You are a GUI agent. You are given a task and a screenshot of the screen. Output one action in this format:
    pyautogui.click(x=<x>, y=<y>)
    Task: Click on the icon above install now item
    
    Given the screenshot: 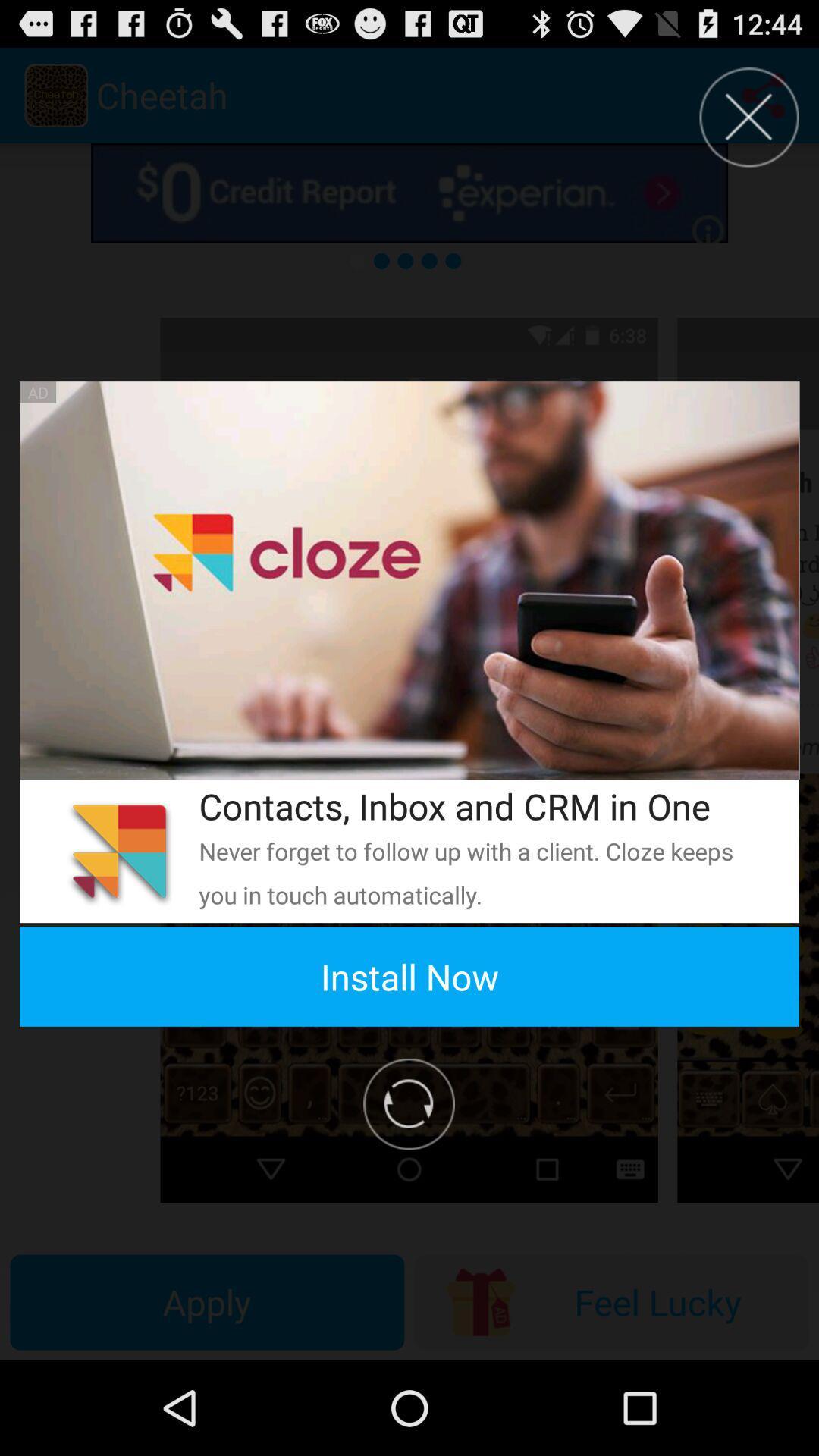 What is the action you would take?
    pyautogui.click(x=479, y=873)
    